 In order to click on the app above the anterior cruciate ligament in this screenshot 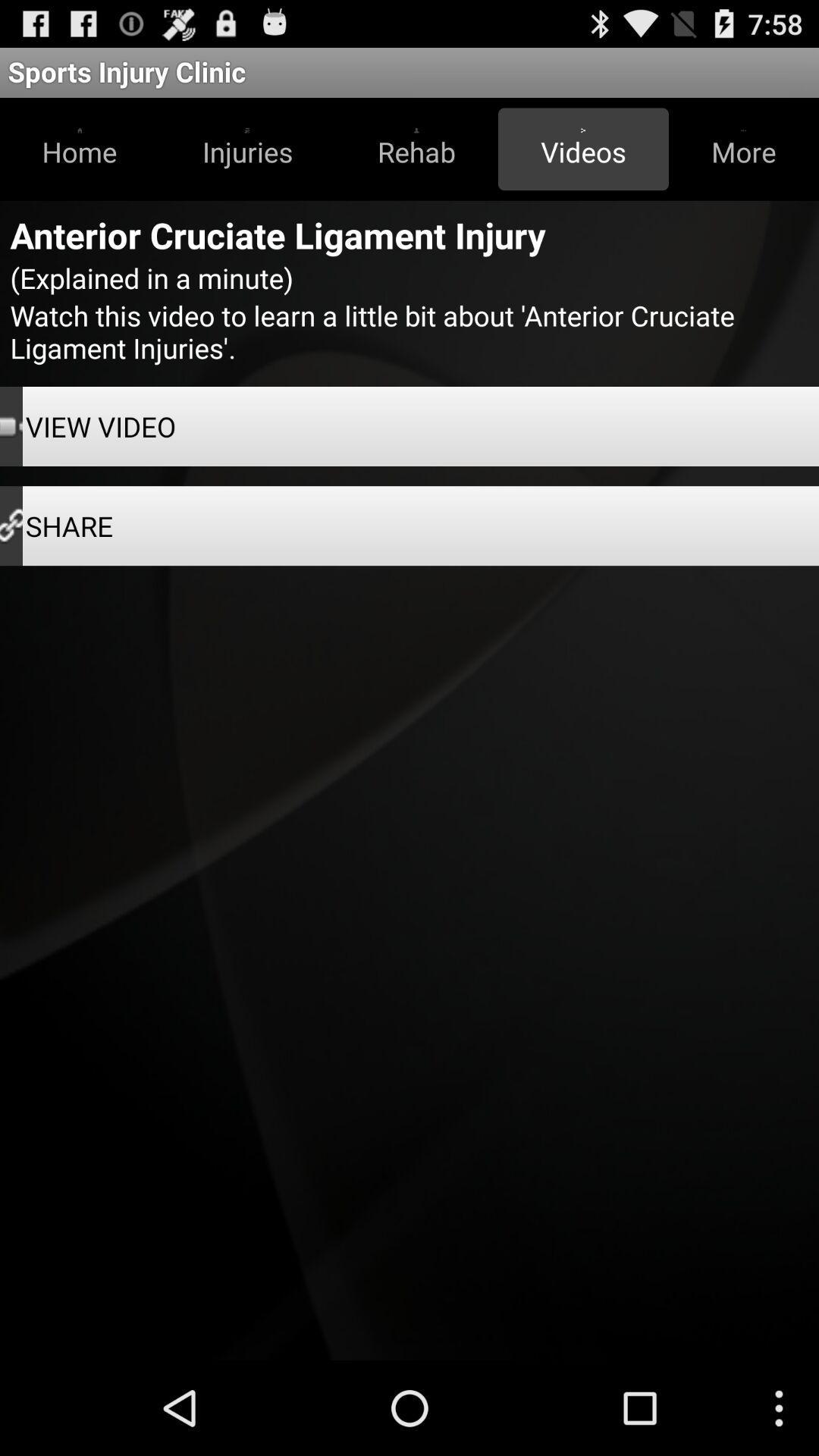, I will do `click(582, 149)`.